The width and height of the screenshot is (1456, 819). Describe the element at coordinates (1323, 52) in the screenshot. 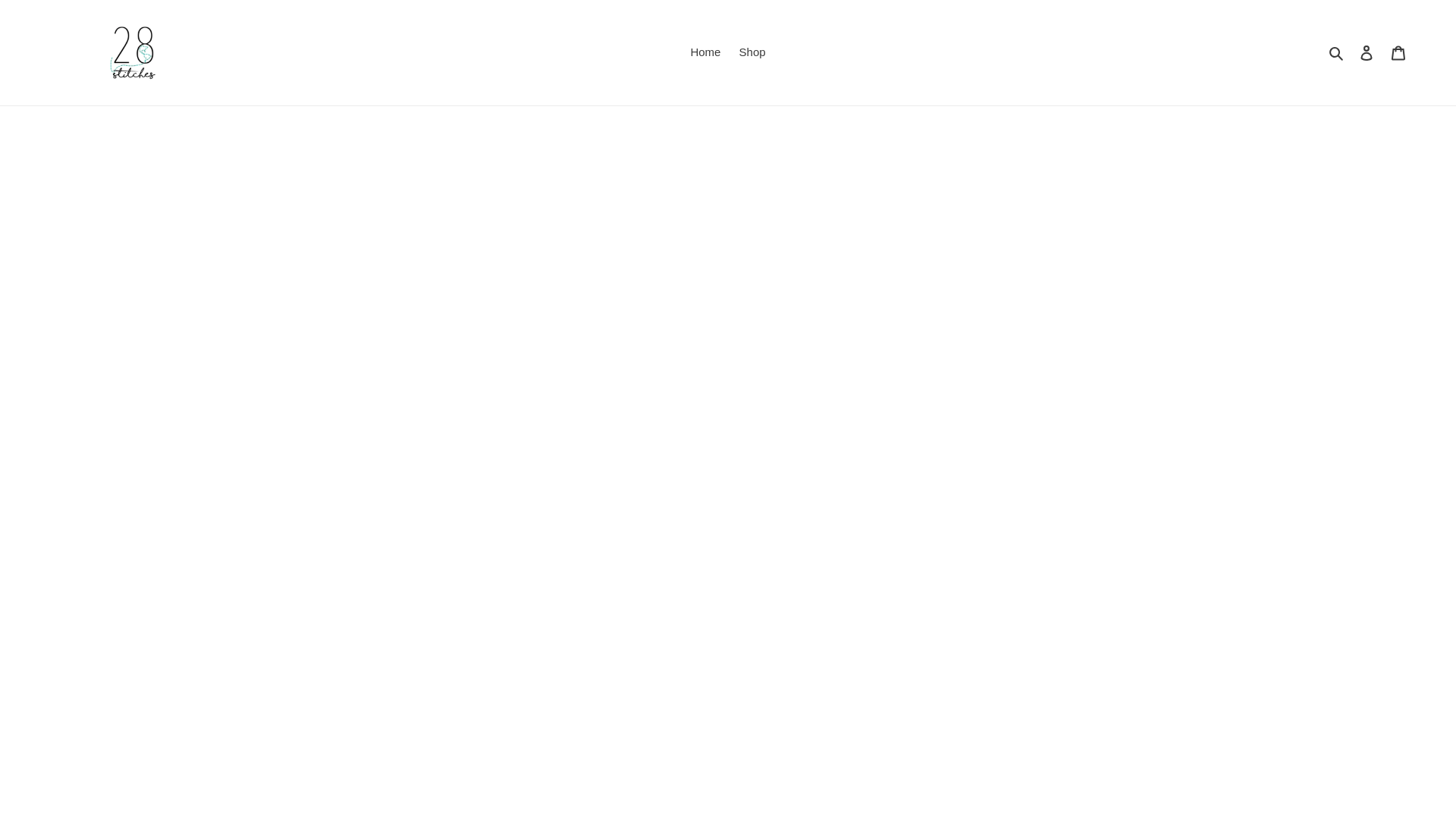

I see `'Search'` at that location.